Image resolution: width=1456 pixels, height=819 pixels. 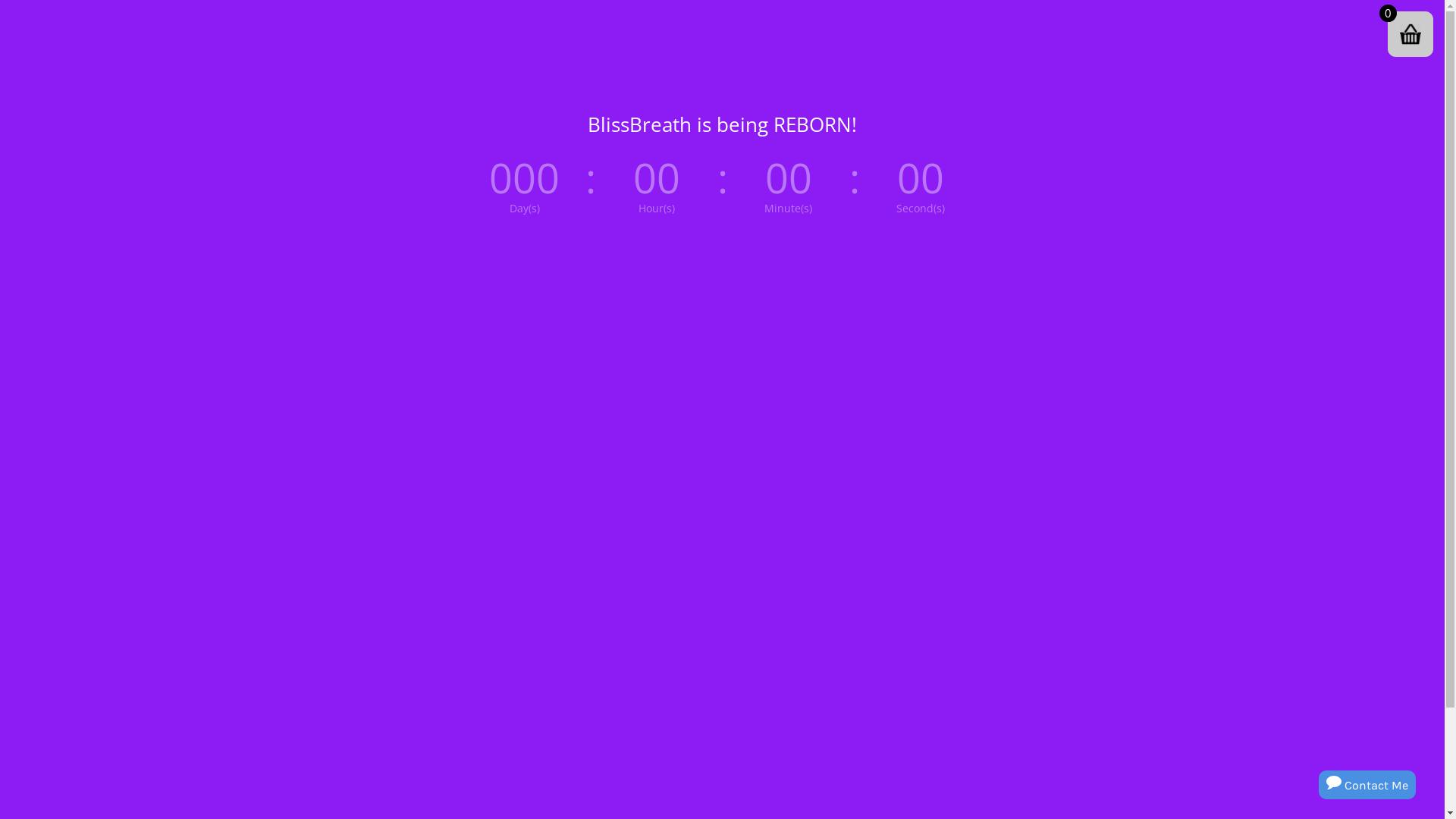 What do you see at coordinates (1367, 785) in the screenshot?
I see `'Contact Me'` at bounding box center [1367, 785].